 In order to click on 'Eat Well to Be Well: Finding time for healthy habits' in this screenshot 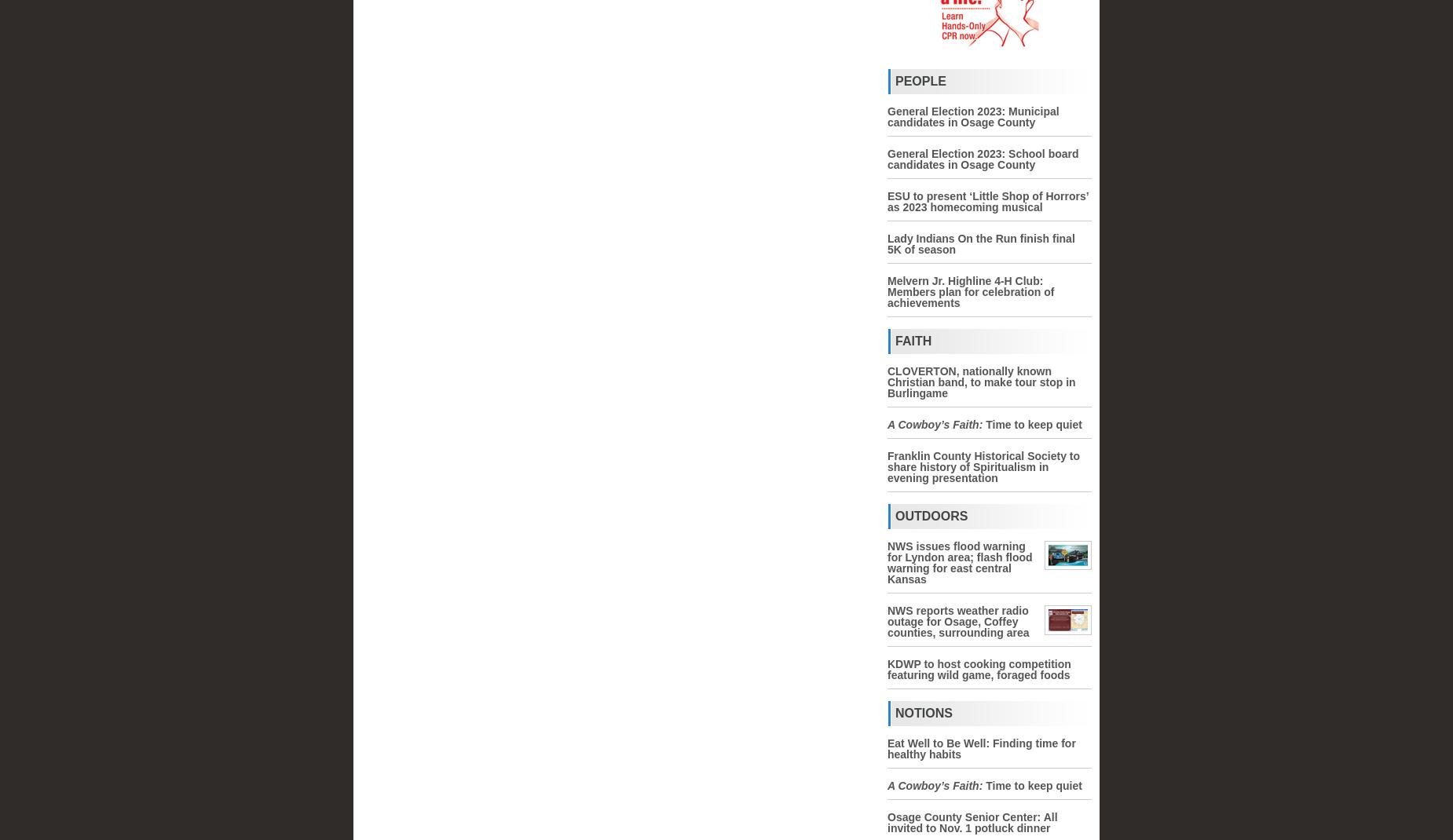, I will do `click(886, 748)`.